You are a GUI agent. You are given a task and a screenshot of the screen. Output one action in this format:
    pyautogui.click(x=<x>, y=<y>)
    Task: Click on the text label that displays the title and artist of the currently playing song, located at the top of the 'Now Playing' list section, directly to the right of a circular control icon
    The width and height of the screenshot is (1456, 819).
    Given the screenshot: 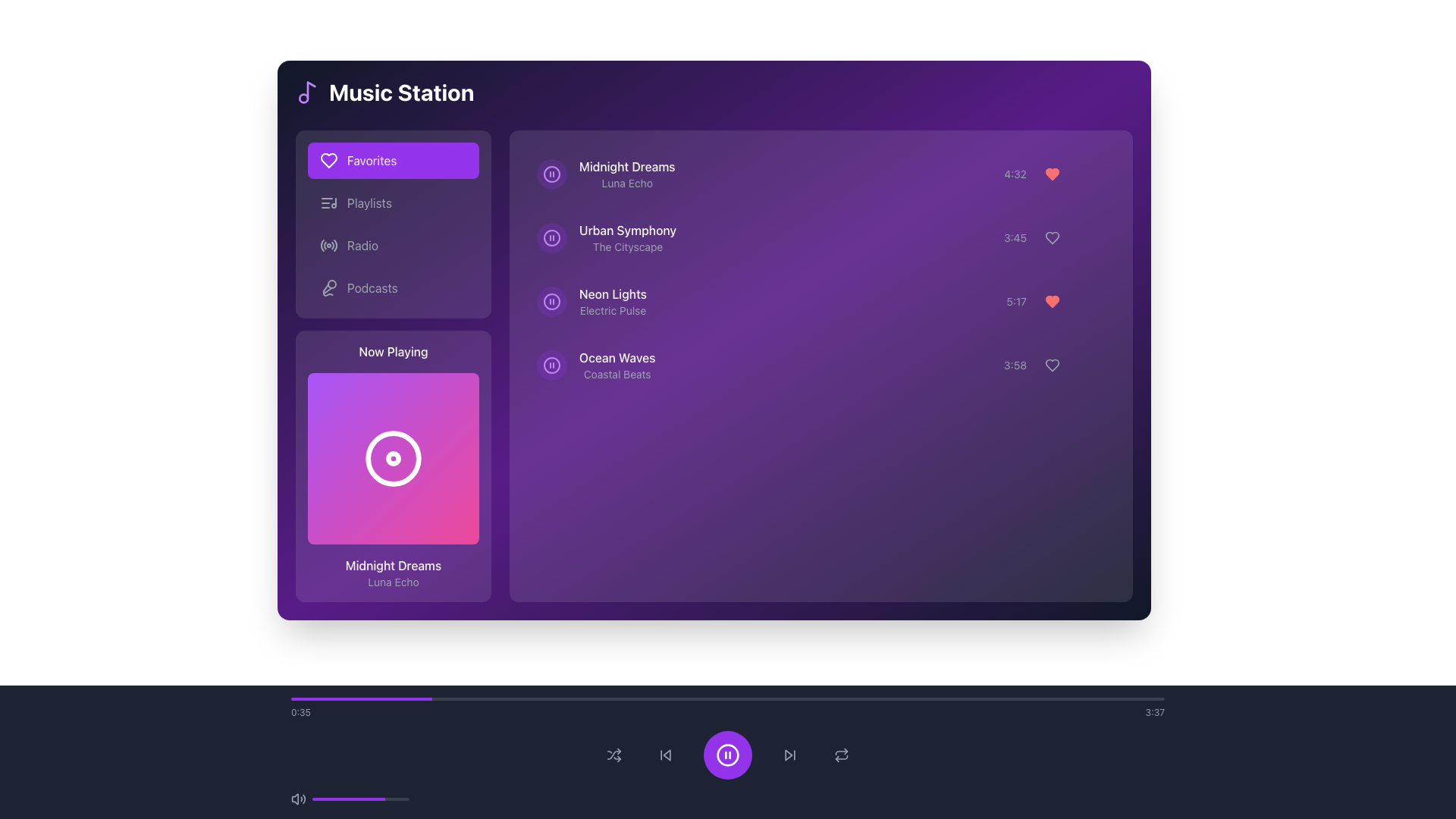 What is the action you would take?
    pyautogui.click(x=627, y=174)
    